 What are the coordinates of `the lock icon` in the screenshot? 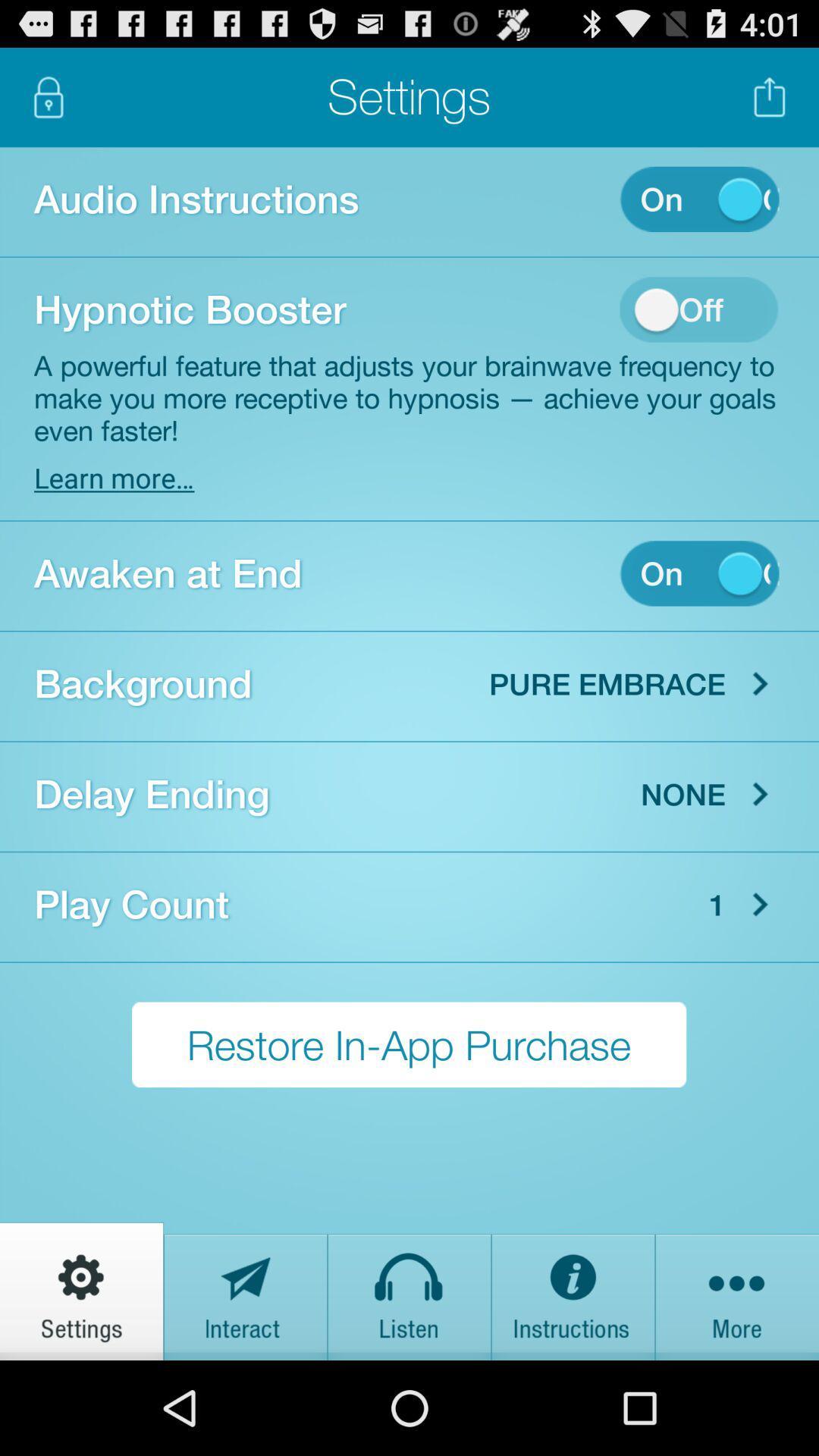 It's located at (48, 103).